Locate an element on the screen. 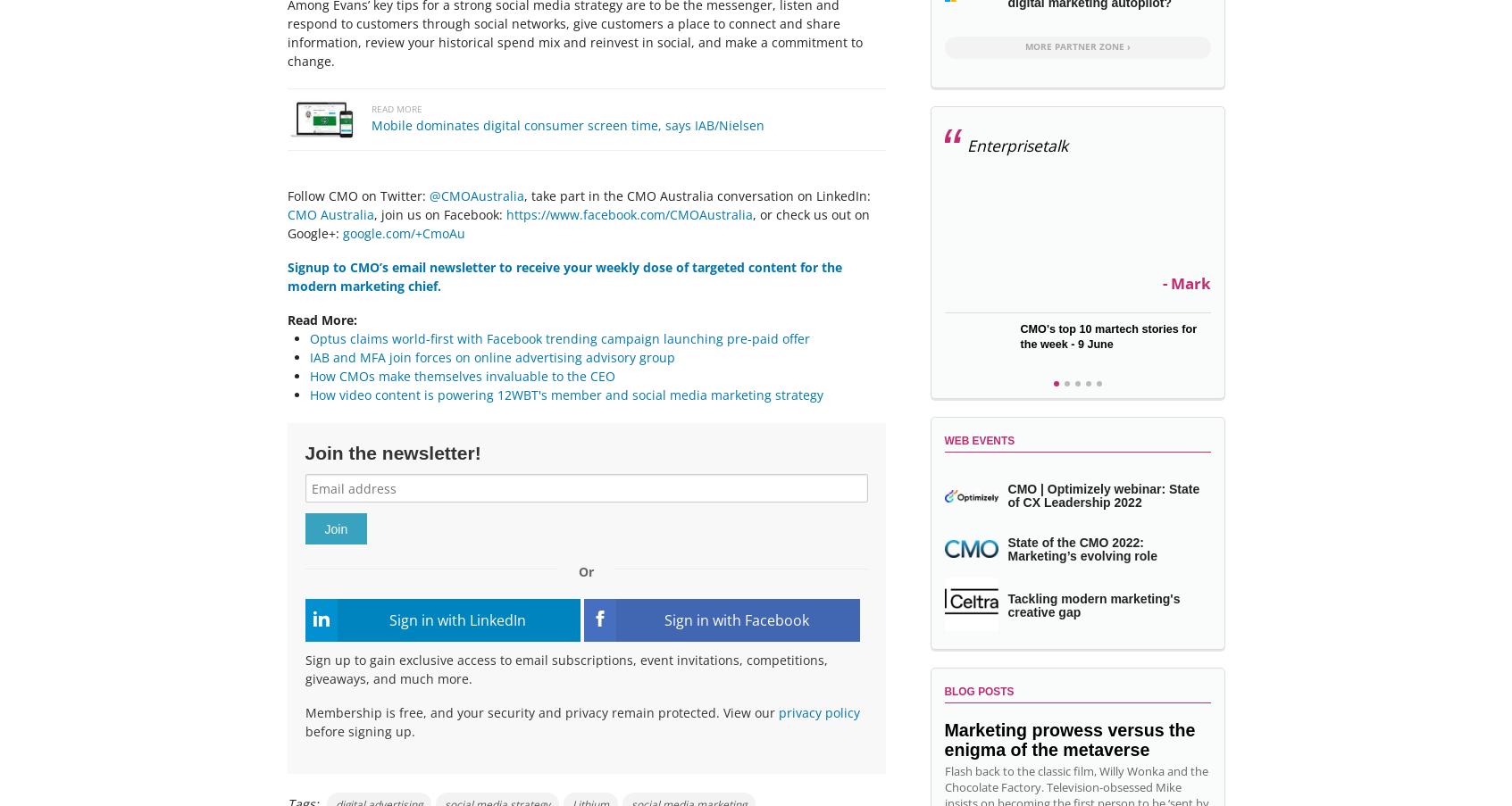 The height and width of the screenshot is (806, 1512). 'google.com/+CmoAu' is located at coordinates (402, 231).